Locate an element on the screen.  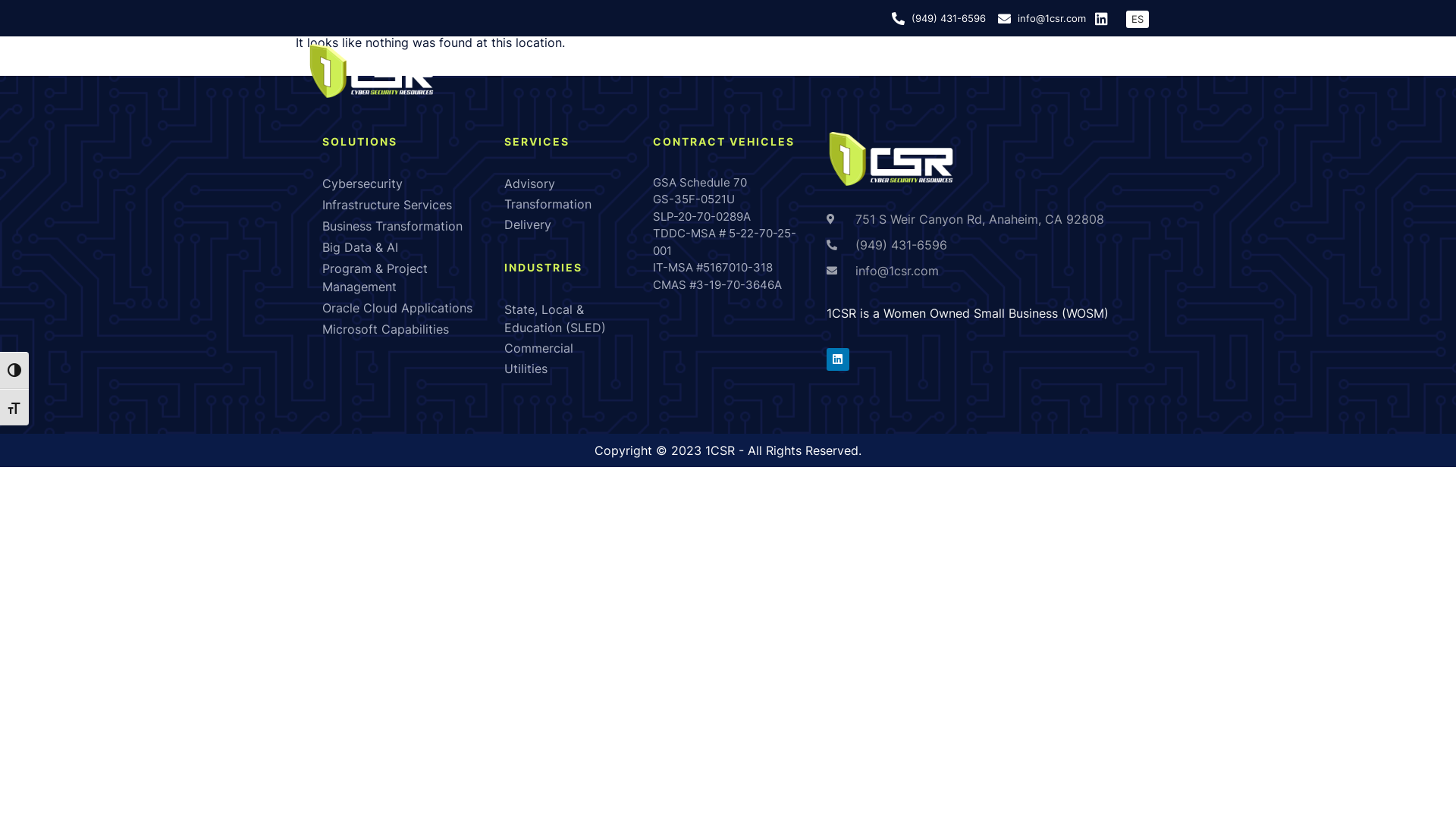
'Delivery' is located at coordinates (504, 224).